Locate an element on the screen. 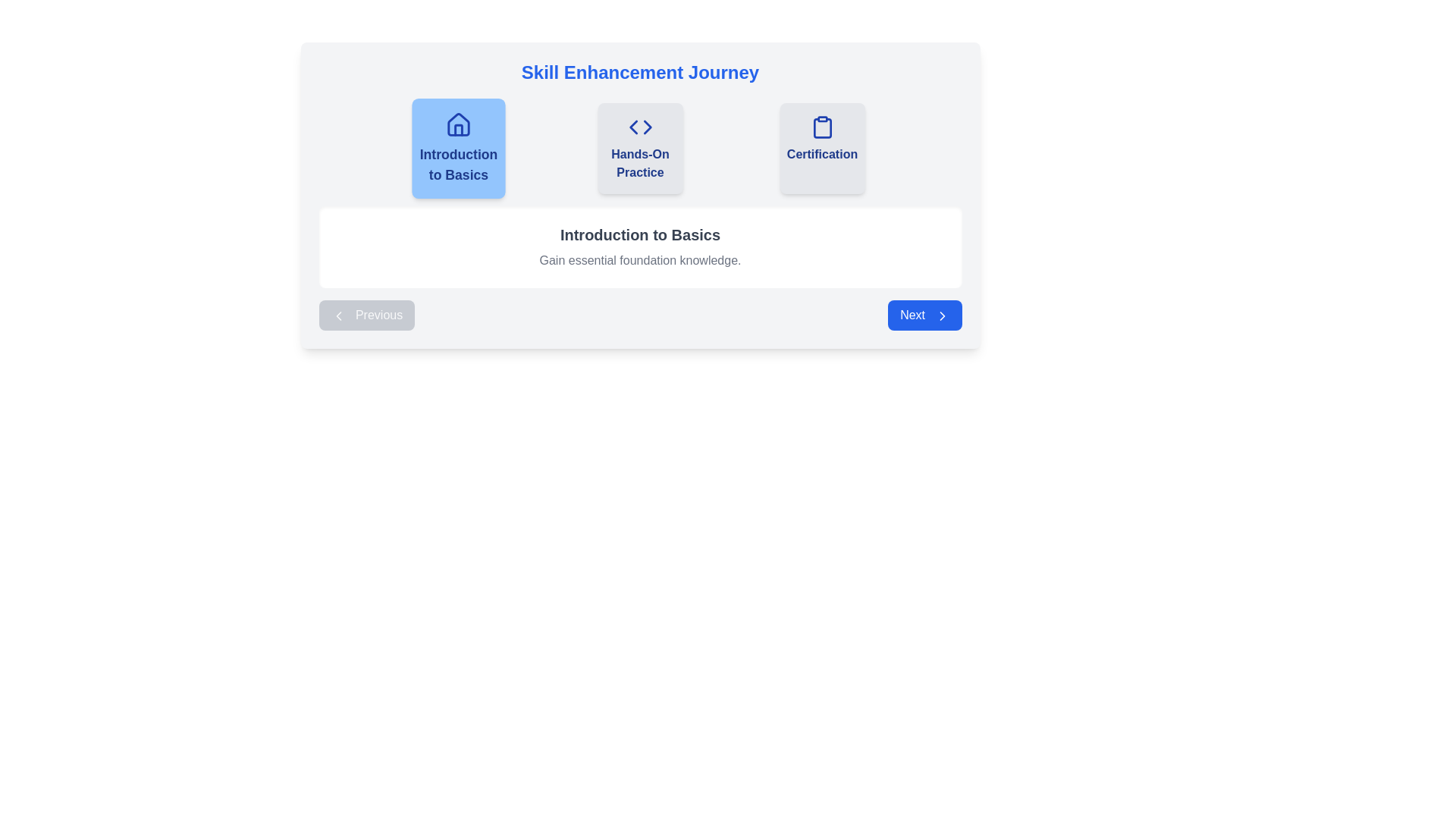 The image size is (1456, 819). the 'Certification' text label, which is styled in bold blue and located below a clipboard icon within a light gray rounded rectangular box is located at coordinates (821, 155).